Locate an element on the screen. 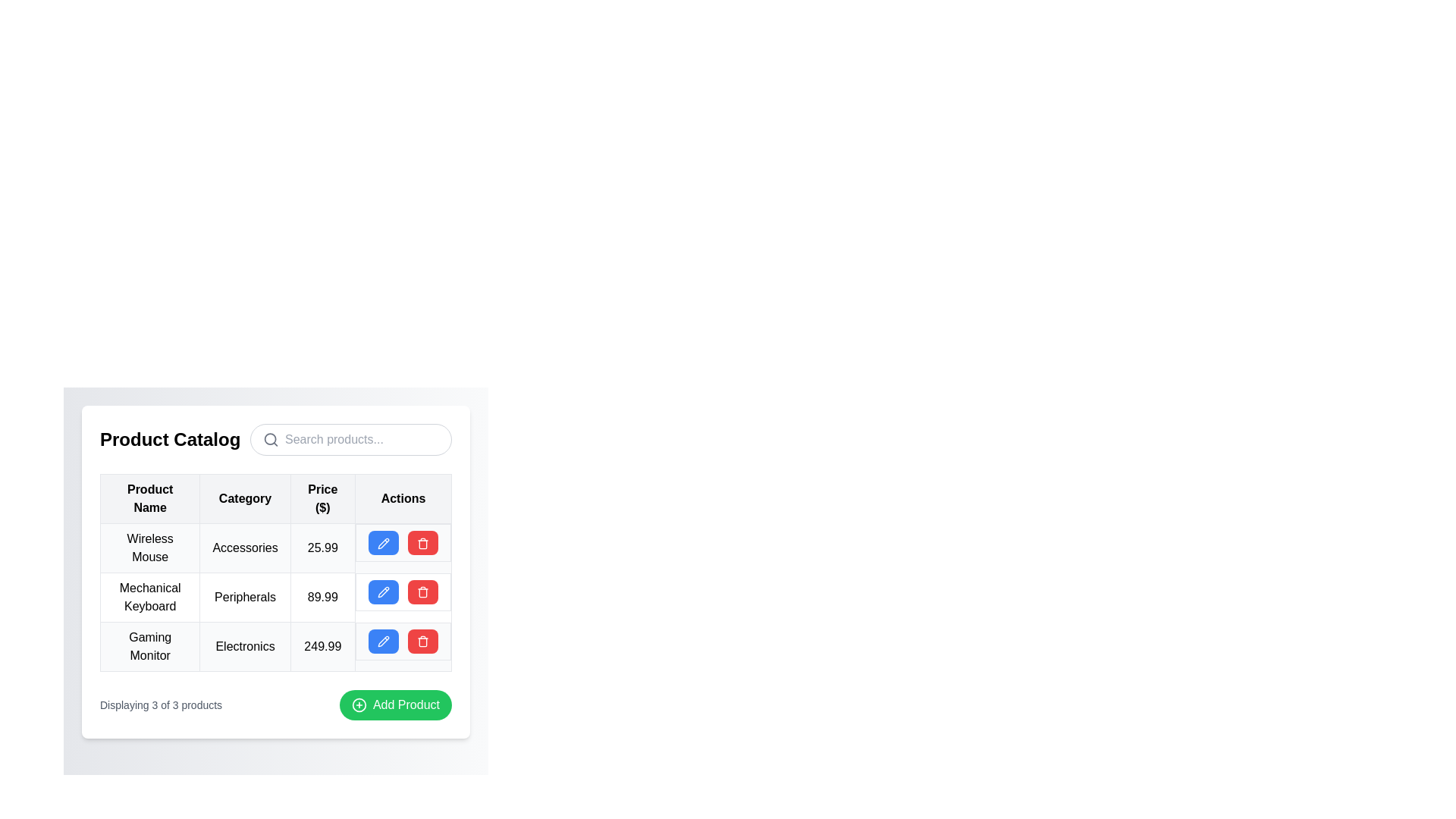 The height and width of the screenshot is (819, 1456). the 'Add Product' button icon, which serves as a visual cue for adding a new product, located within the green circular section of the button is located at coordinates (358, 704).